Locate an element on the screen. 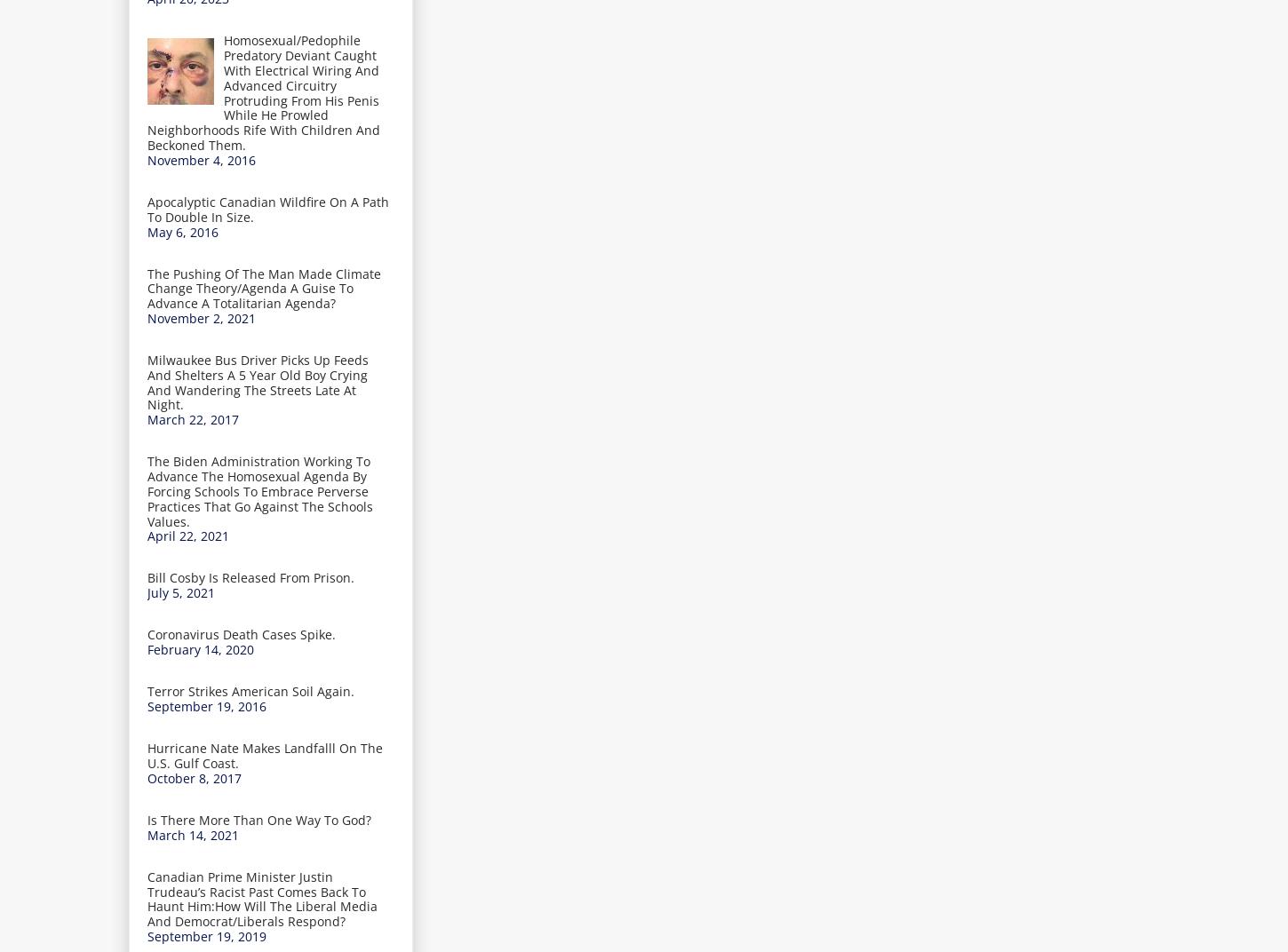 Image resolution: width=1288 pixels, height=952 pixels. 'Milwaukee Bus Driver Picks Up Feeds And Shelters A 5 Year Old Boy Crying And Wandering The Streets Late At Night.' is located at coordinates (258, 381).